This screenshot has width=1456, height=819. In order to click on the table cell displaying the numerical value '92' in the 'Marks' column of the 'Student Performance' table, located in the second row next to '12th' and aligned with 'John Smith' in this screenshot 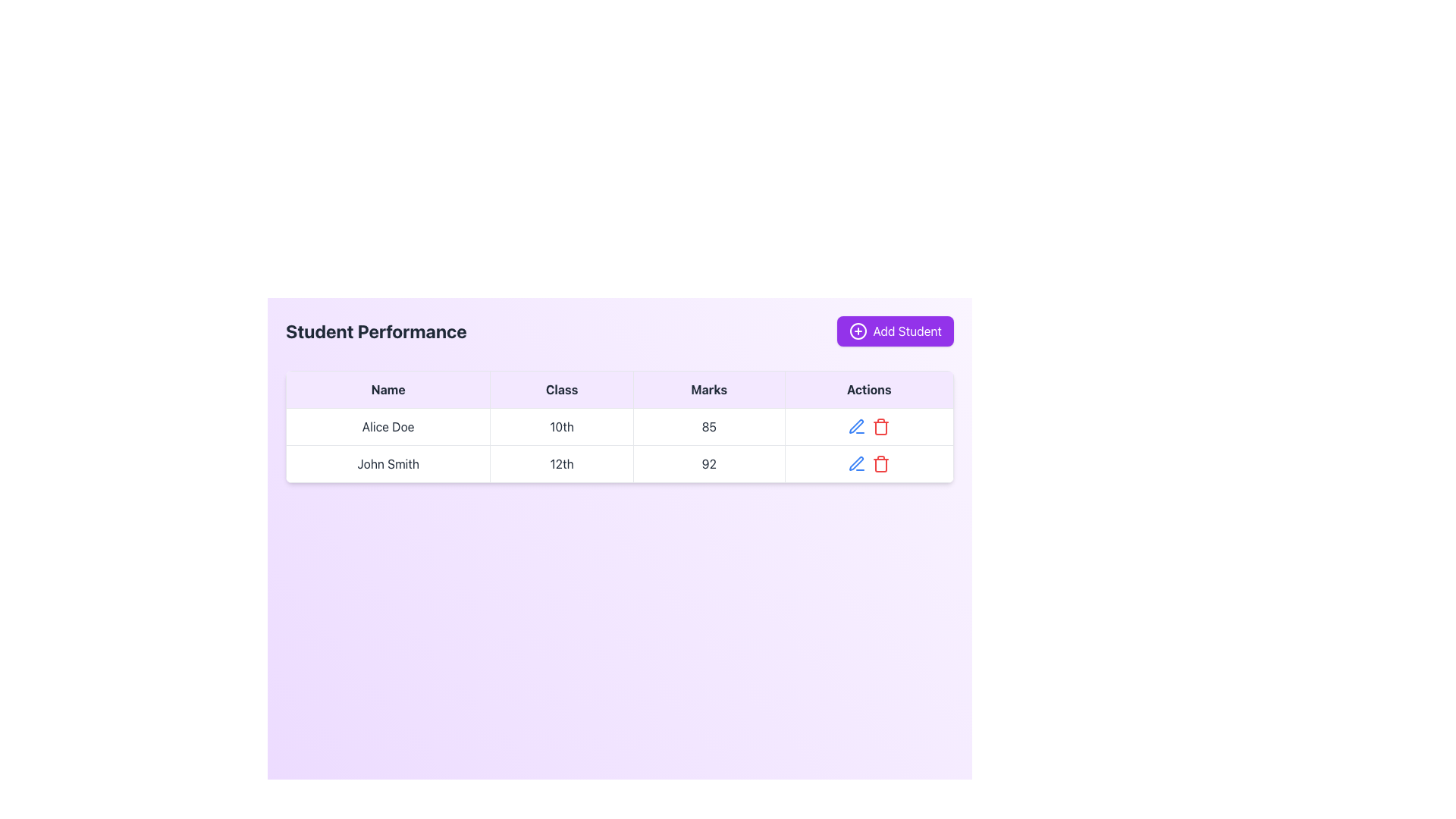, I will do `click(708, 463)`.